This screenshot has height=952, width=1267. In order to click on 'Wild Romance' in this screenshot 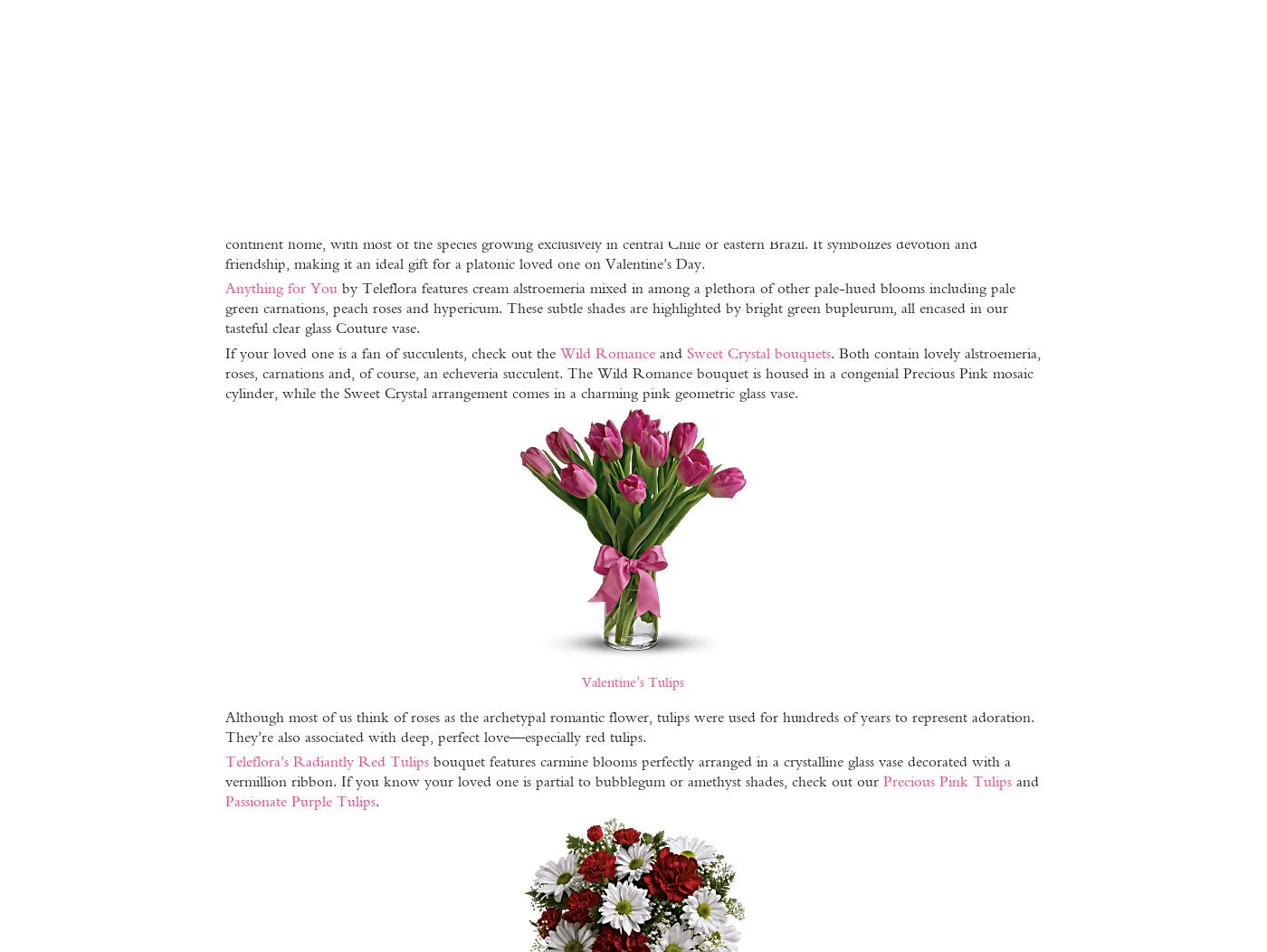, I will do `click(606, 352)`.